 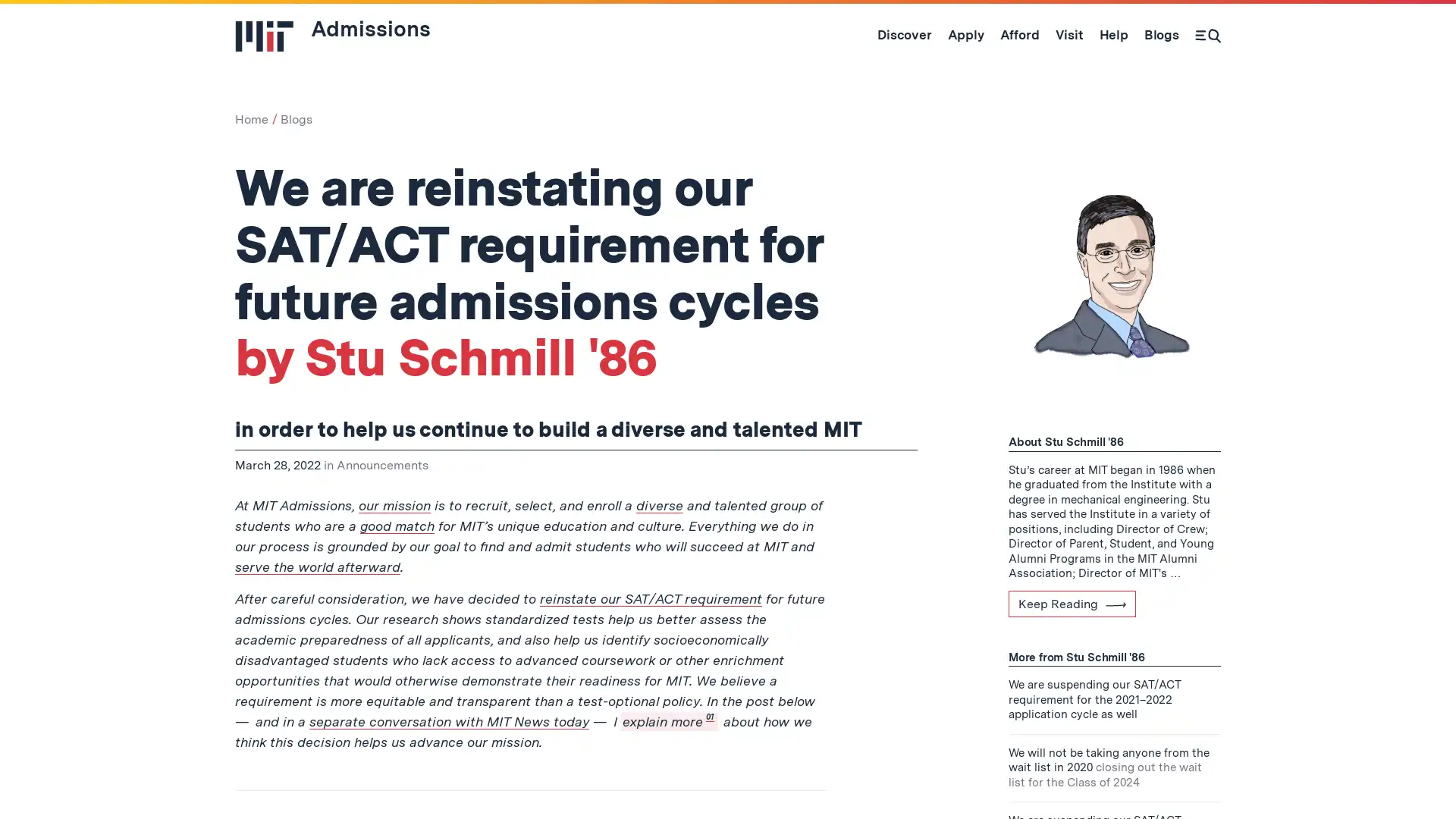 What do you see at coordinates (1207, 34) in the screenshot?
I see `Magnifying glass icon next to a menu icon Open Search Form` at bounding box center [1207, 34].